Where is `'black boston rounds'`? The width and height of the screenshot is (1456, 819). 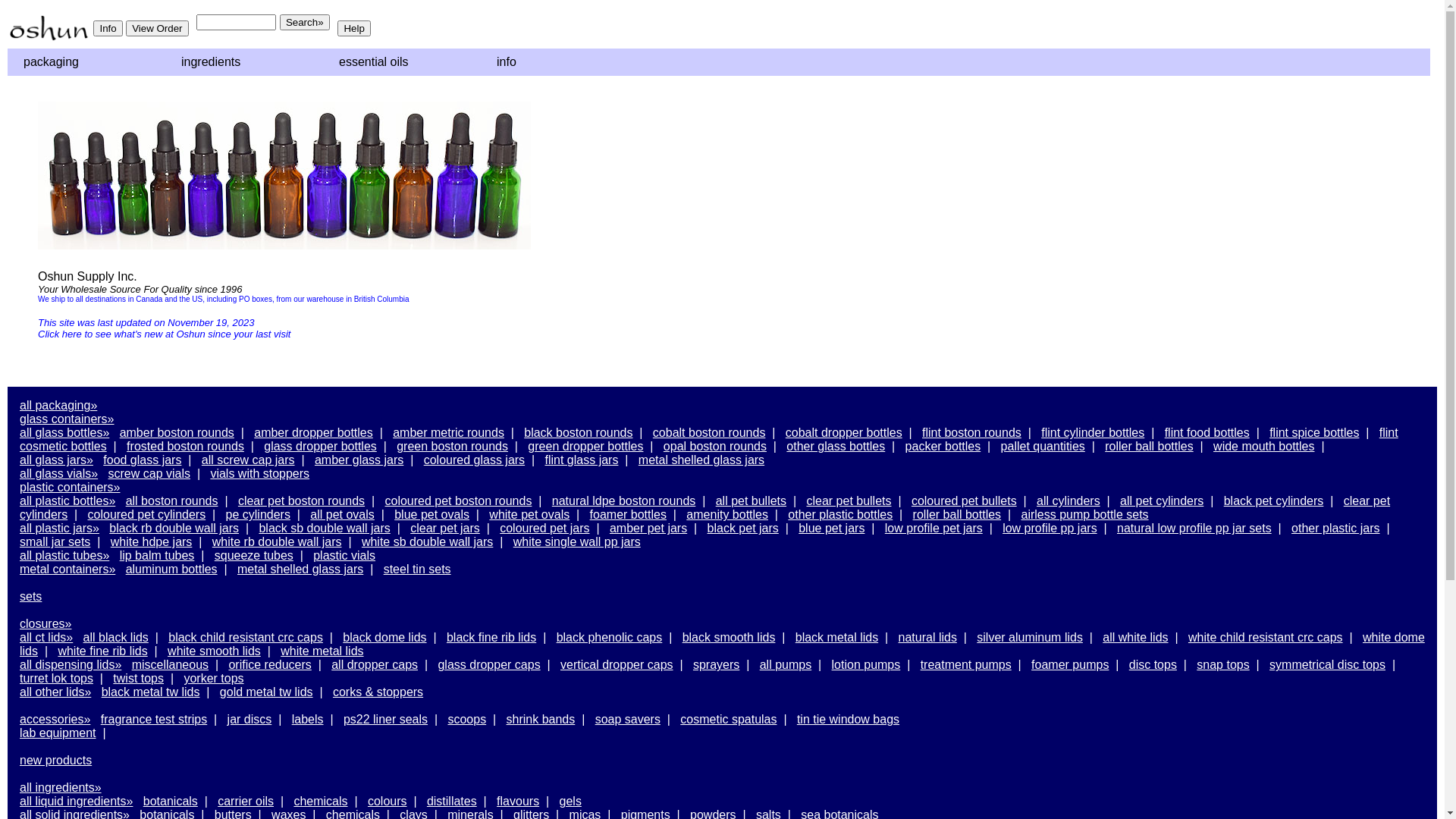 'black boston rounds' is located at coordinates (577, 432).